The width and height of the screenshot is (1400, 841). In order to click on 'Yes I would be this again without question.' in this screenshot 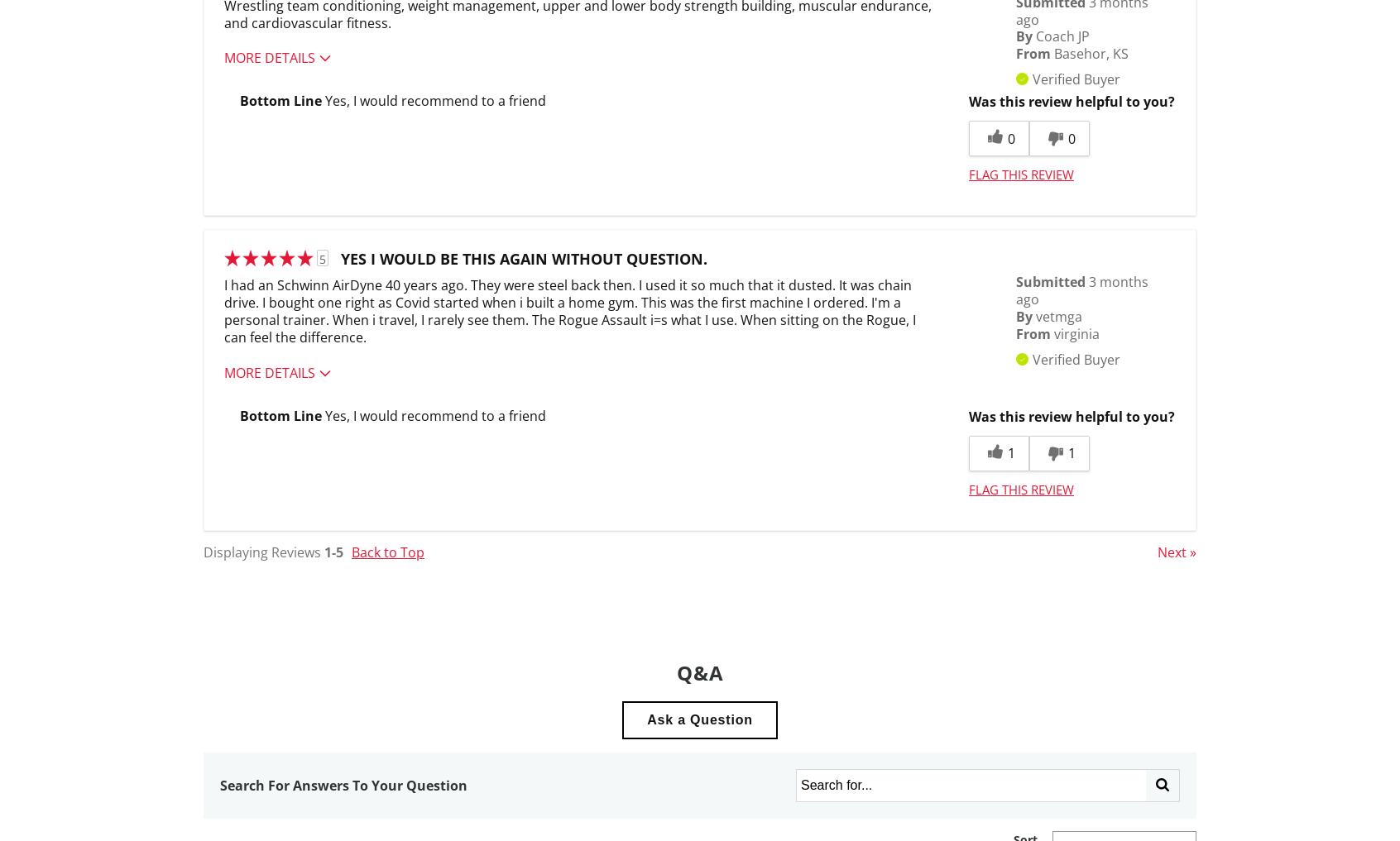, I will do `click(341, 259)`.